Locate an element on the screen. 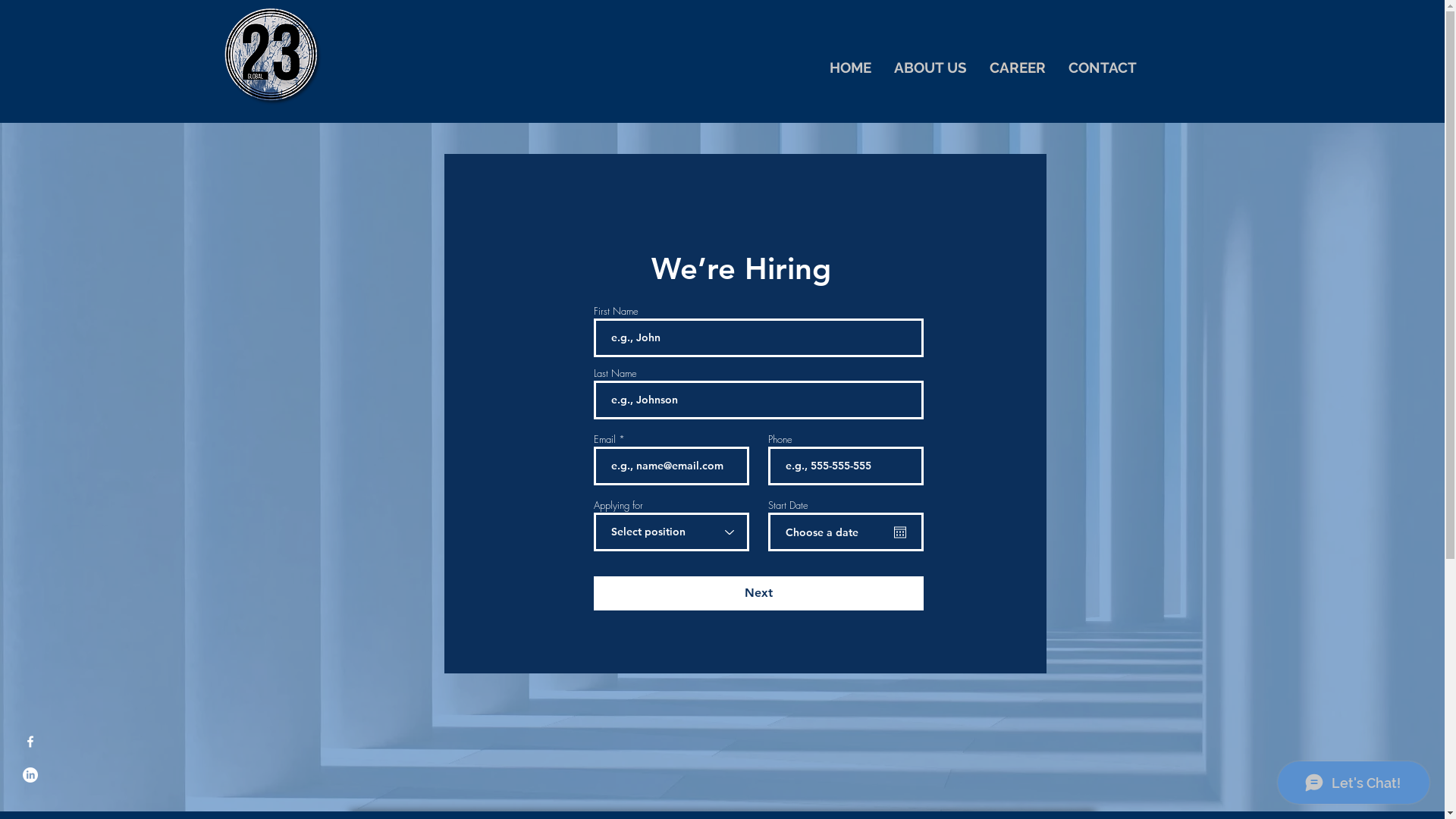  'Next' is located at coordinates (758, 592).